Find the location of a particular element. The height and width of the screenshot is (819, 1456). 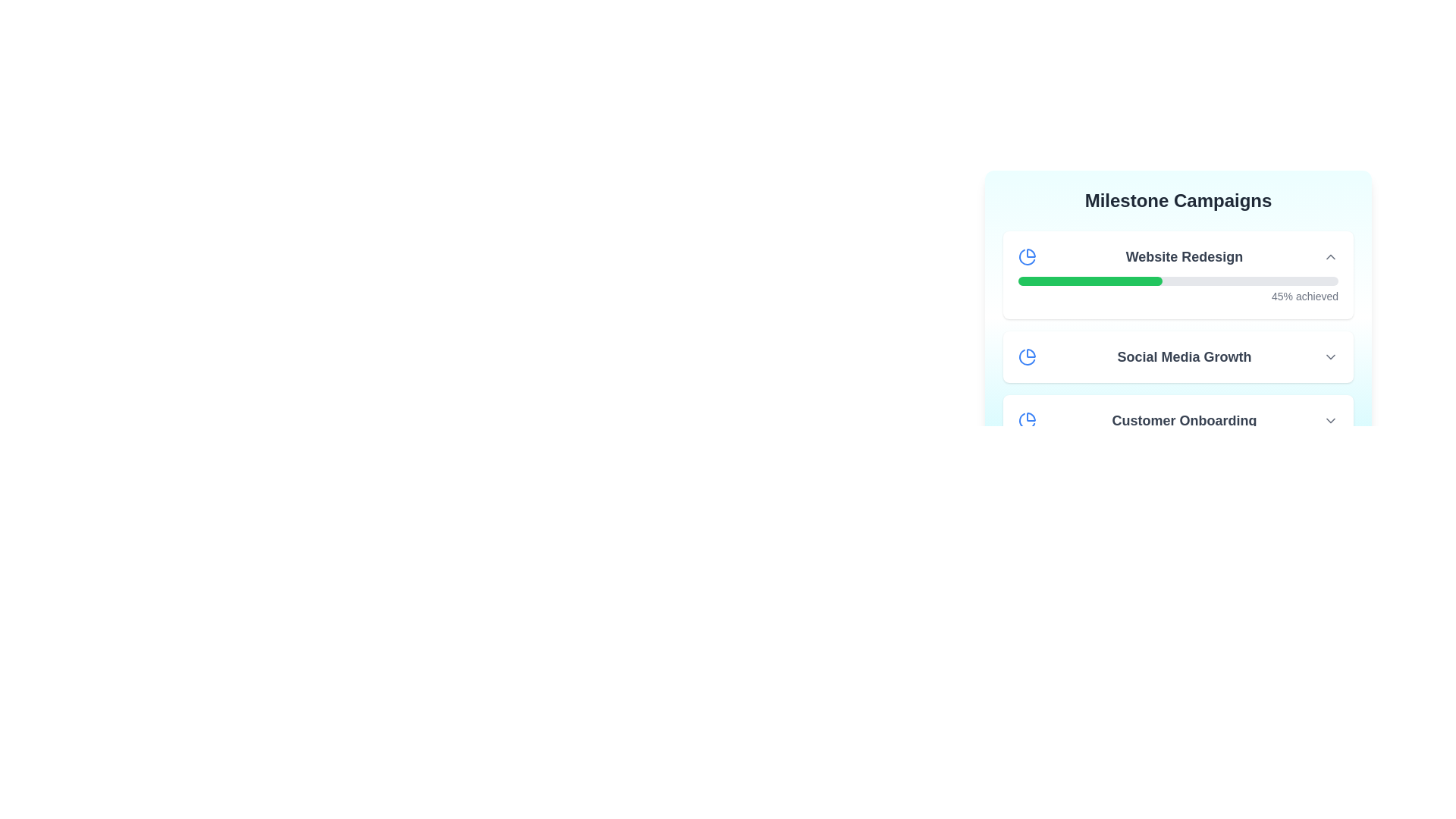

the Informational Card with a Progress Bar that updates on the progress of the 'Website Redesign' campaign, which is the first card in the vertical stack of progress cards titled 'Milestone Campaigns' is located at coordinates (1178, 275).